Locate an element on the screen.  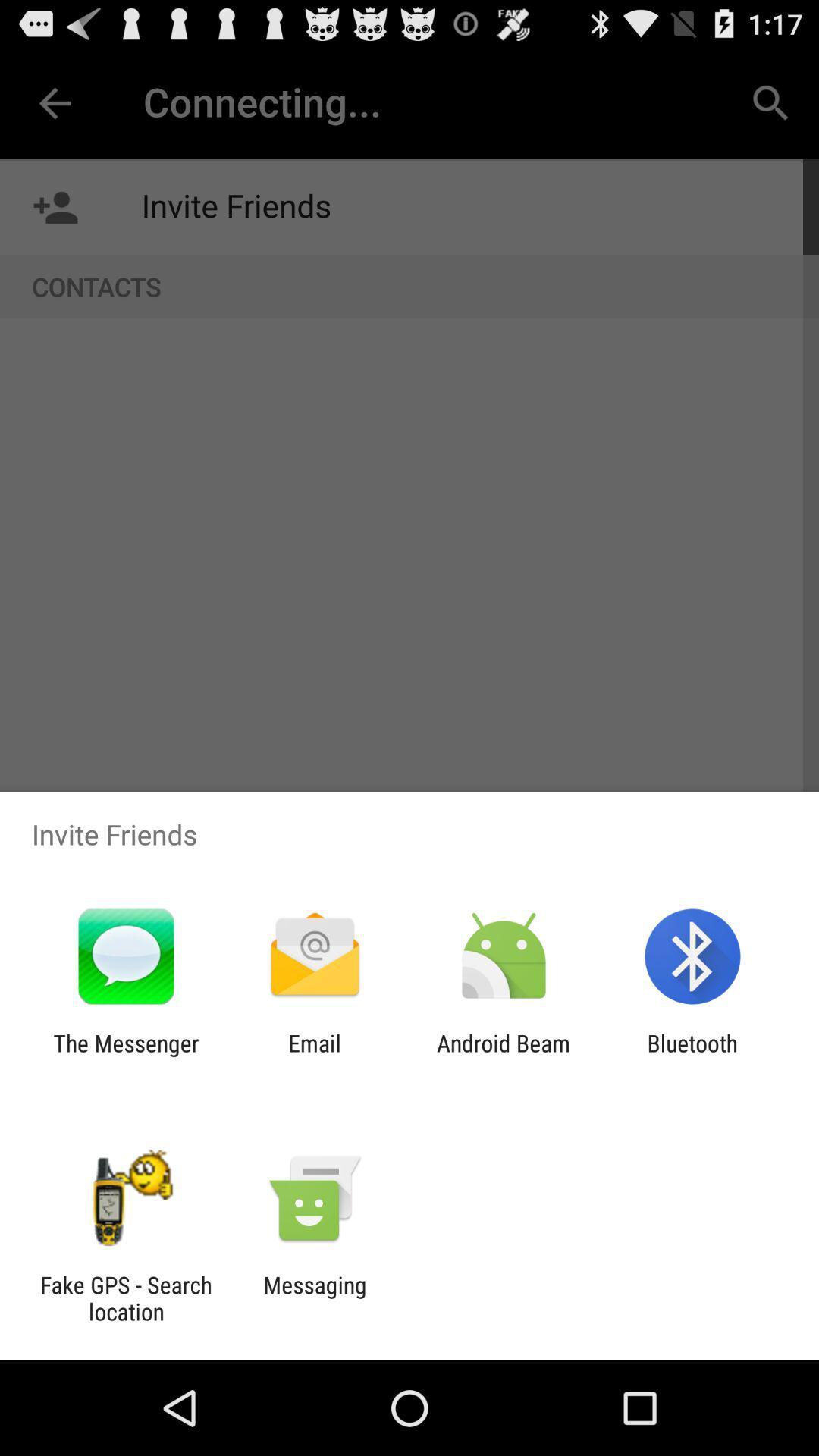
the app next to the email item is located at coordinates (504, 1056).